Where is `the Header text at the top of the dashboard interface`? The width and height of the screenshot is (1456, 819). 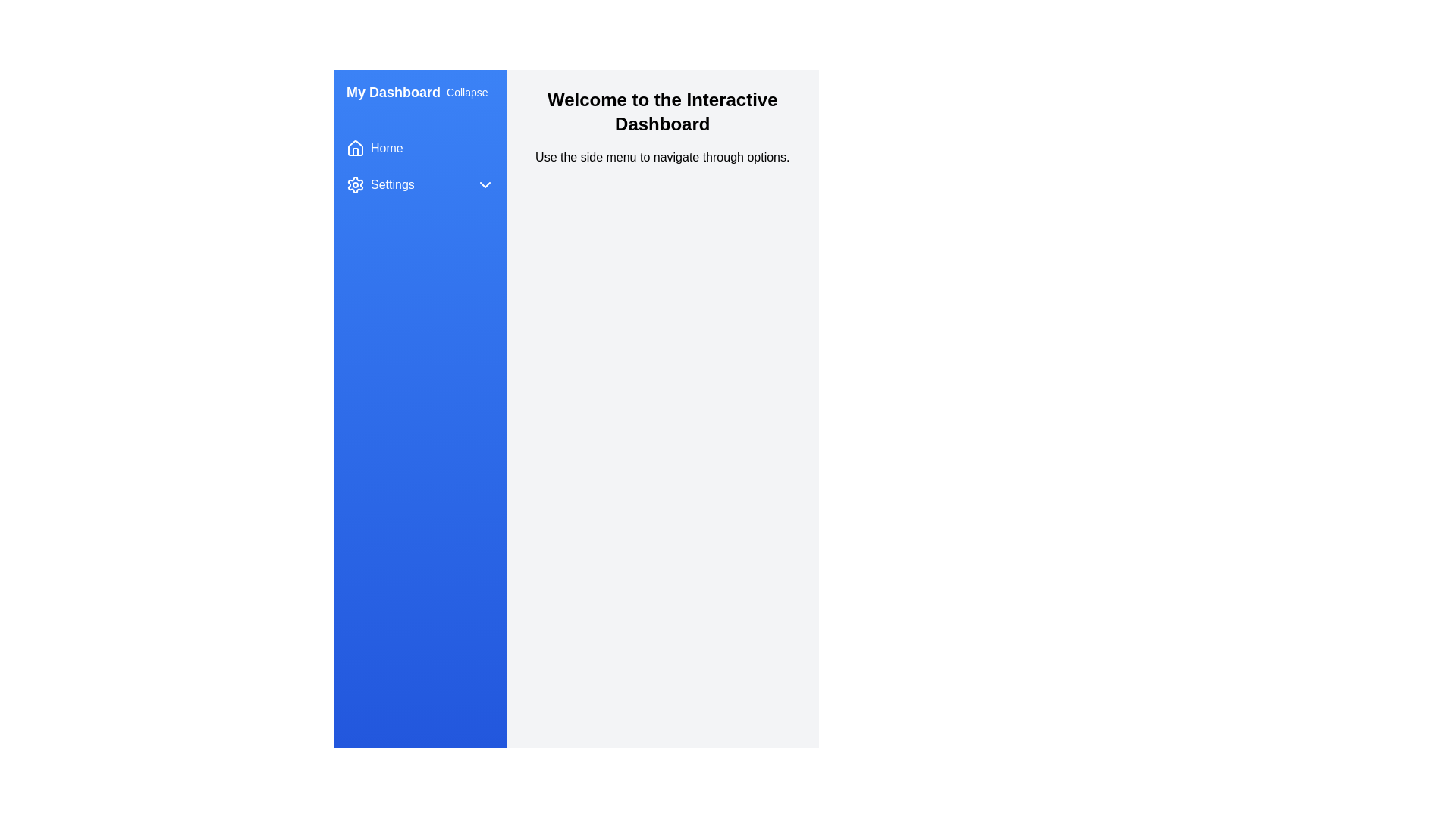 the Header text at the top of the dashboard interface is located at coordinates (662, 111).